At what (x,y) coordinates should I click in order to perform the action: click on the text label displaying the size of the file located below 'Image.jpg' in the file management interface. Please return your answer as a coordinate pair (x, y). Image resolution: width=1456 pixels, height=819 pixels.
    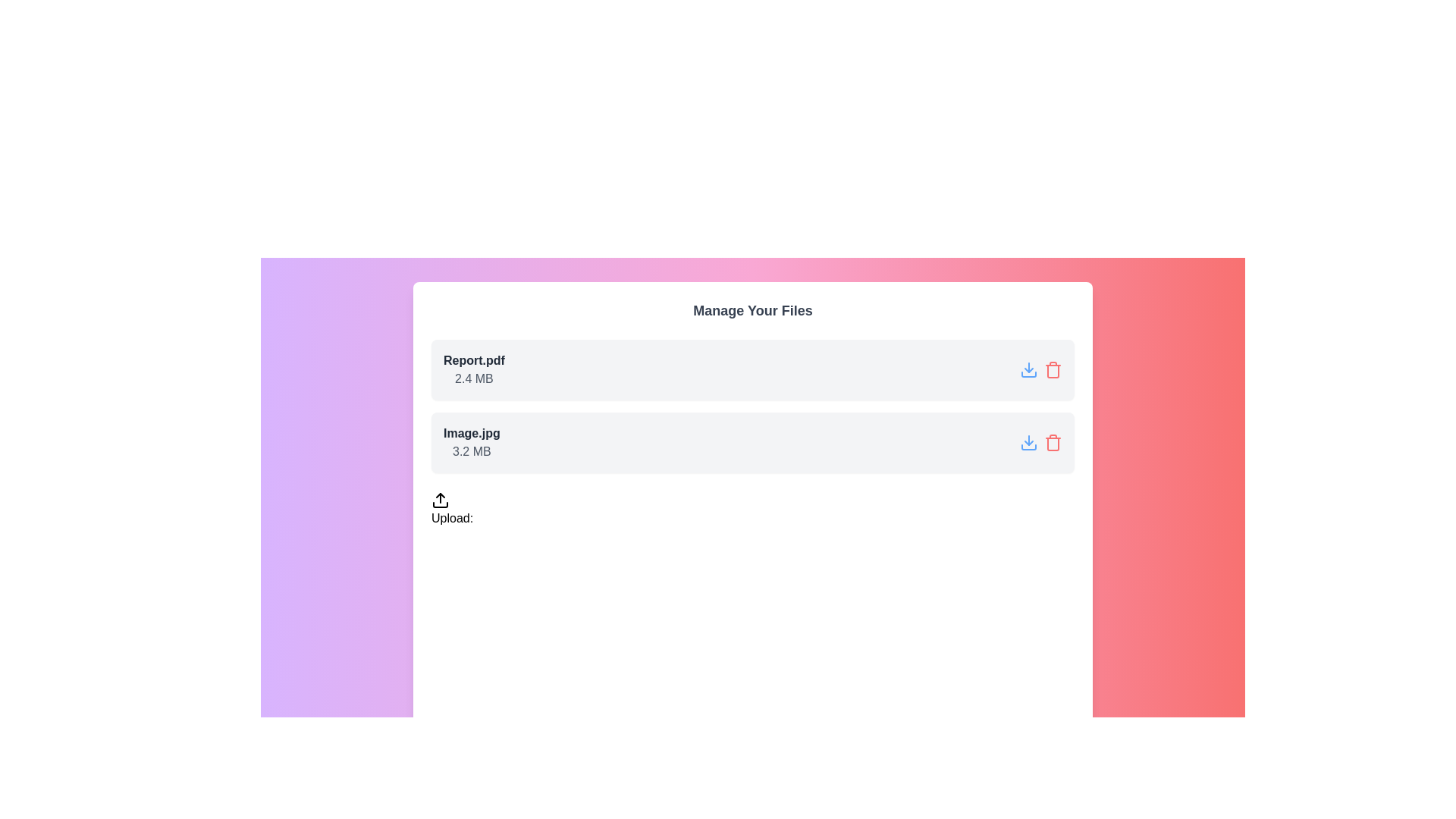
    Looking at the image, I should click on (471, 451).